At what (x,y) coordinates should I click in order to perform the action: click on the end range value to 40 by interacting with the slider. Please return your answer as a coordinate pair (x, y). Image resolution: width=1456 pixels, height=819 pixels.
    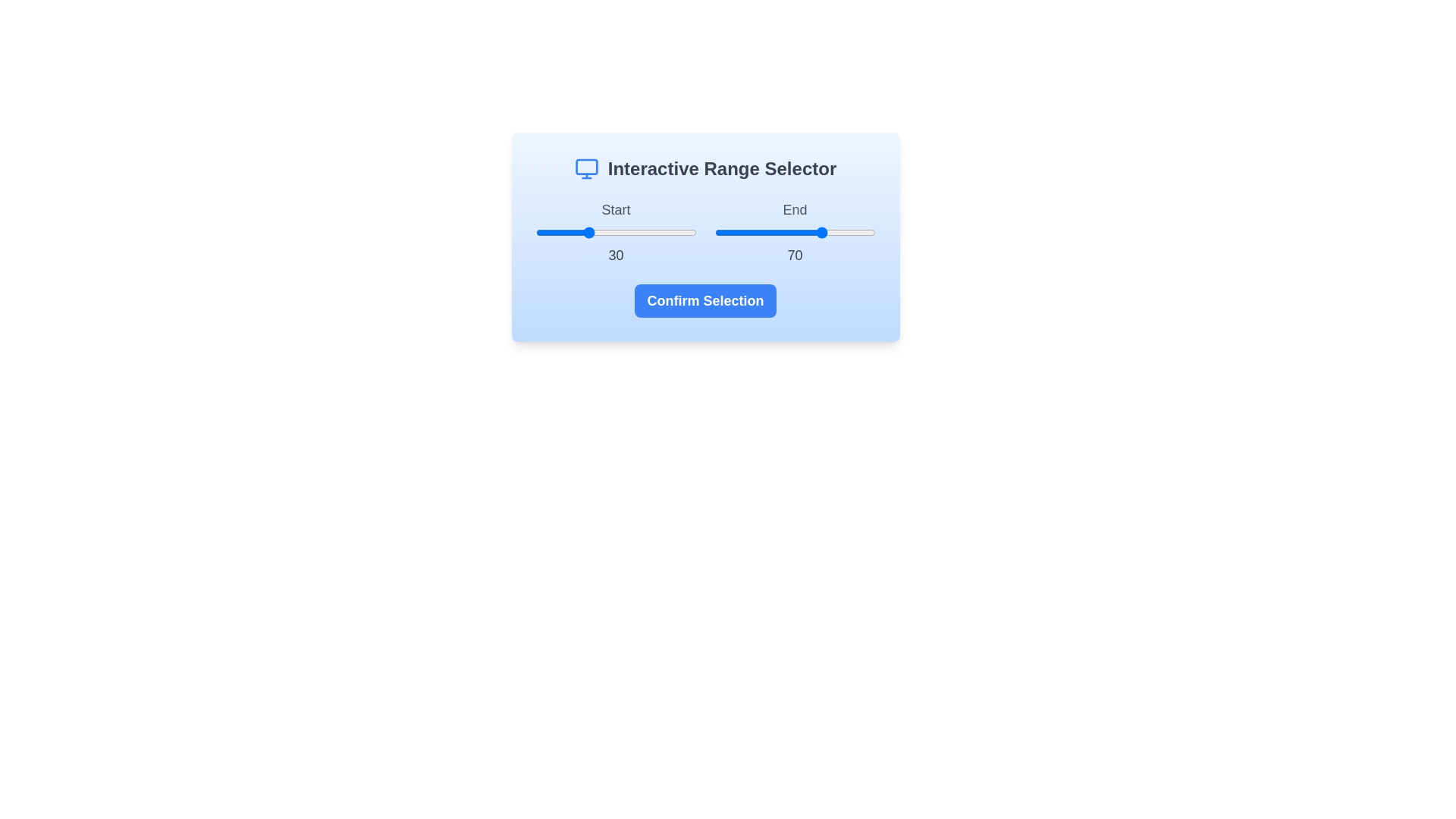
    Looking at the image, I should click on (779, 233).